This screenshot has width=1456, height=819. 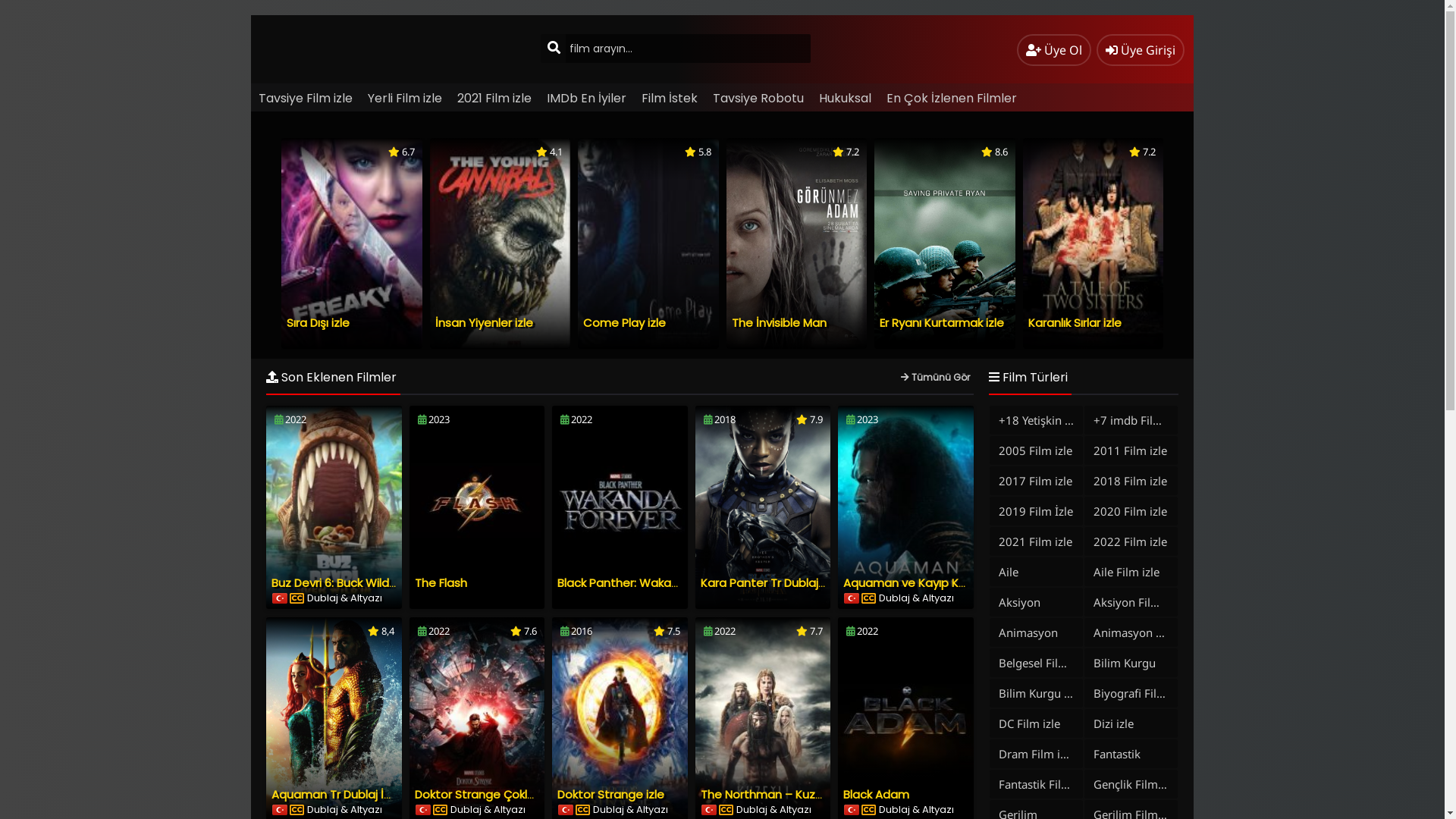 What do you see at coordinates (844, 98) in the screenshot?
I see `'Hukuksal'` at bounding box center [844, 98].